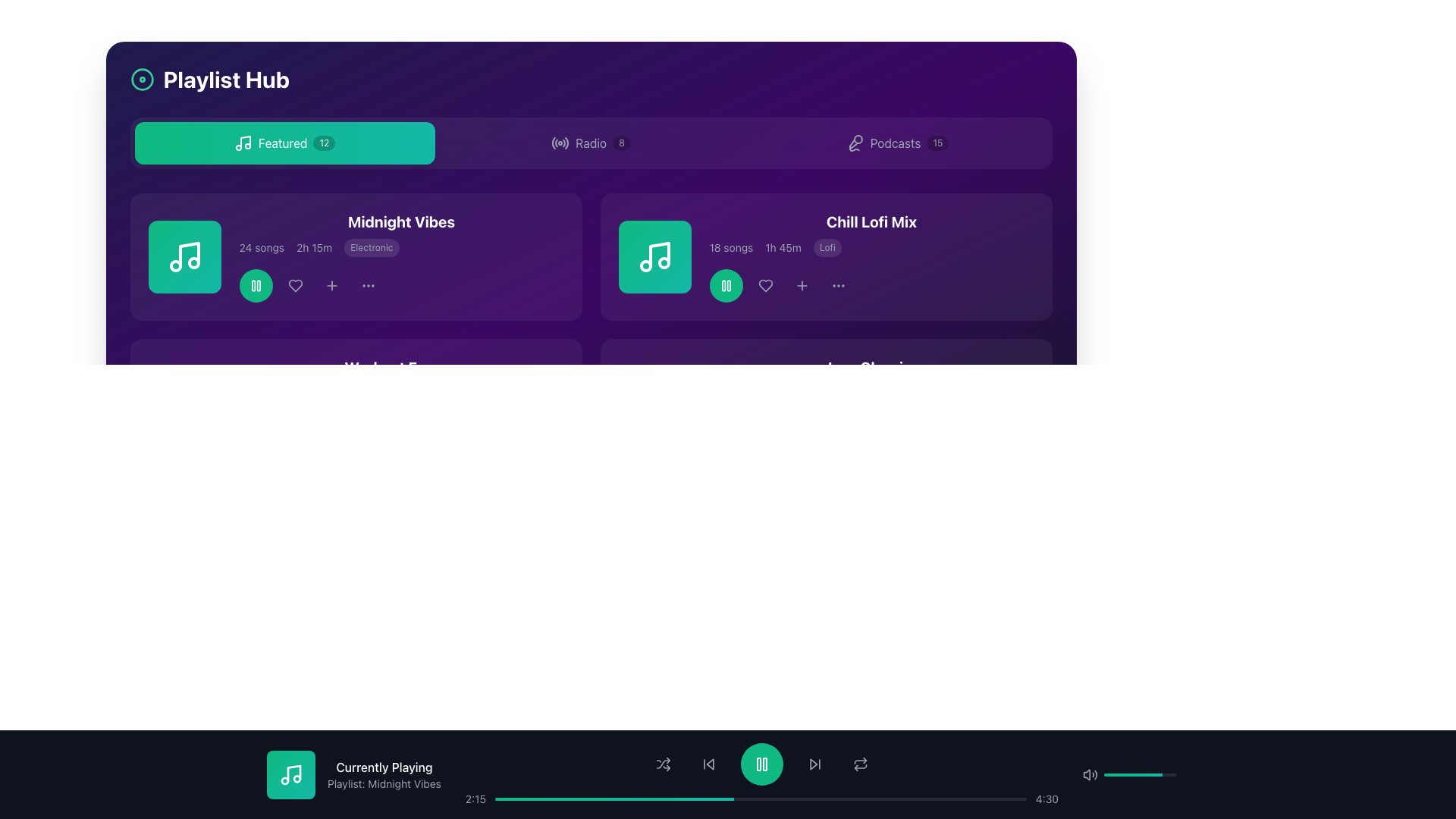 The image size is (1456, 819). What do you see at coordinates (663, 764) in the screenshot?
I see `the shuffle button located at the bottom center of the application interface, which is the second button from the left in a horizontal series of control icons` at bounding box center [663, 764].